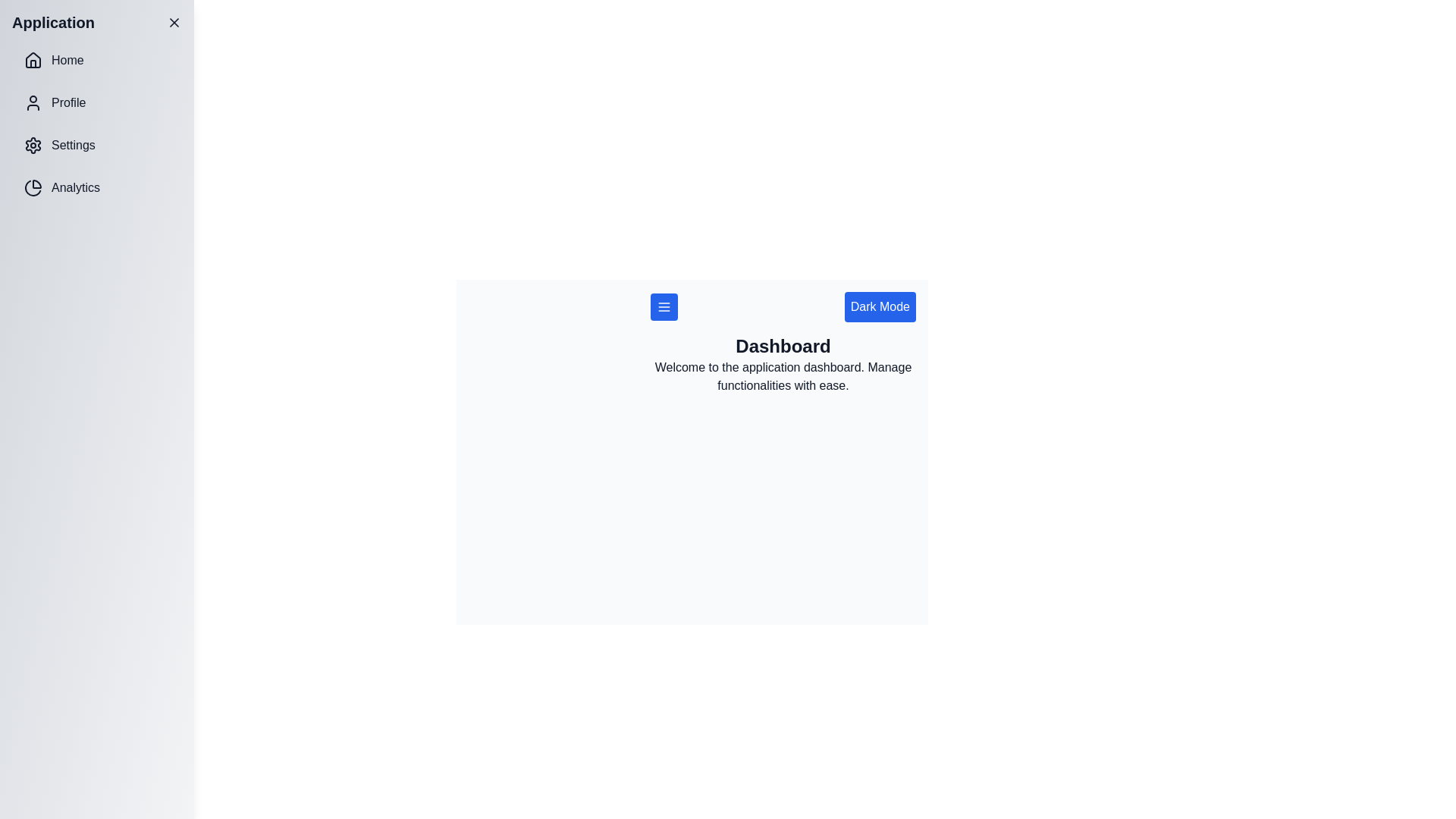  What do you see at coordinates (880, 307) in the screenshot?
I see `the 'Dark Mode' button located at the top-right corner of its section` at bounding box center [880, 307].